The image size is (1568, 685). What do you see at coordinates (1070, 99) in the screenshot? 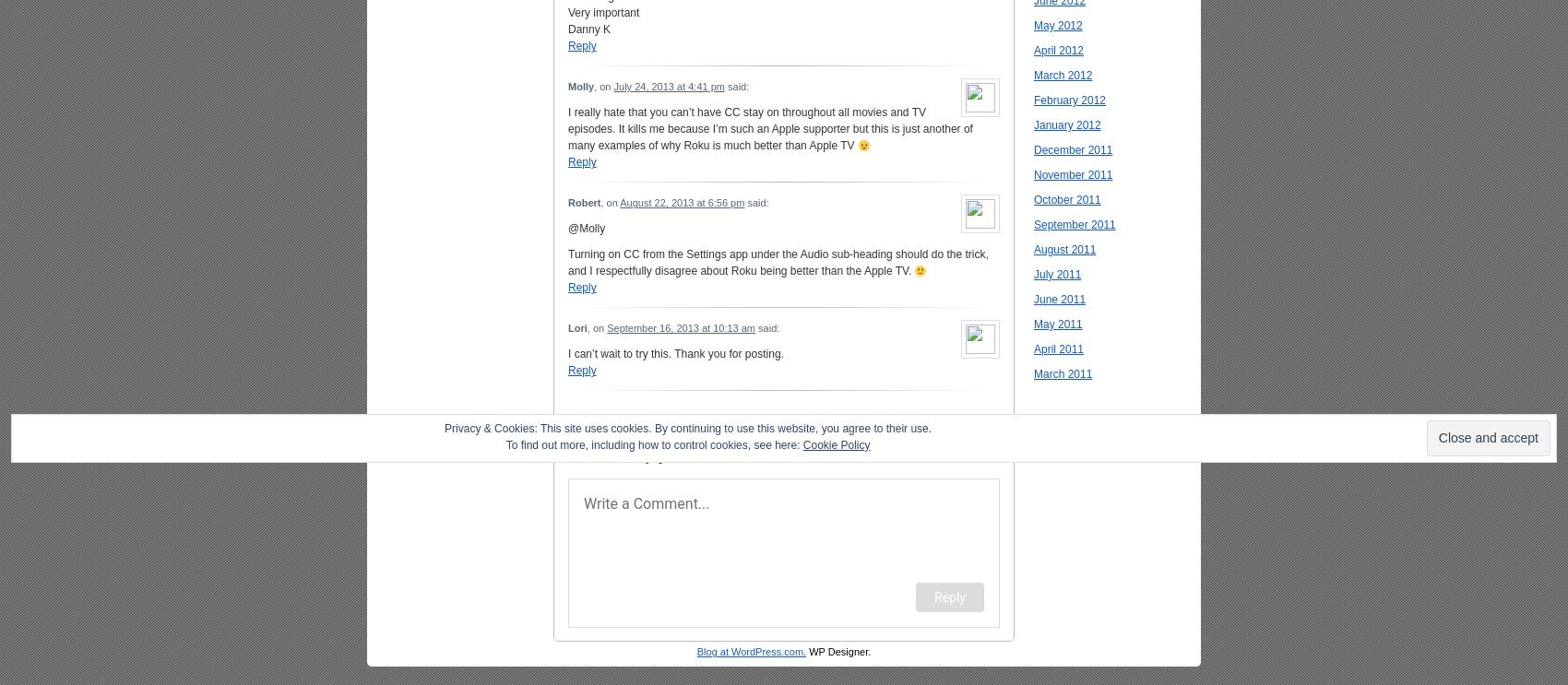
I see `'February 2012'` at bounding box center [1070, 99].